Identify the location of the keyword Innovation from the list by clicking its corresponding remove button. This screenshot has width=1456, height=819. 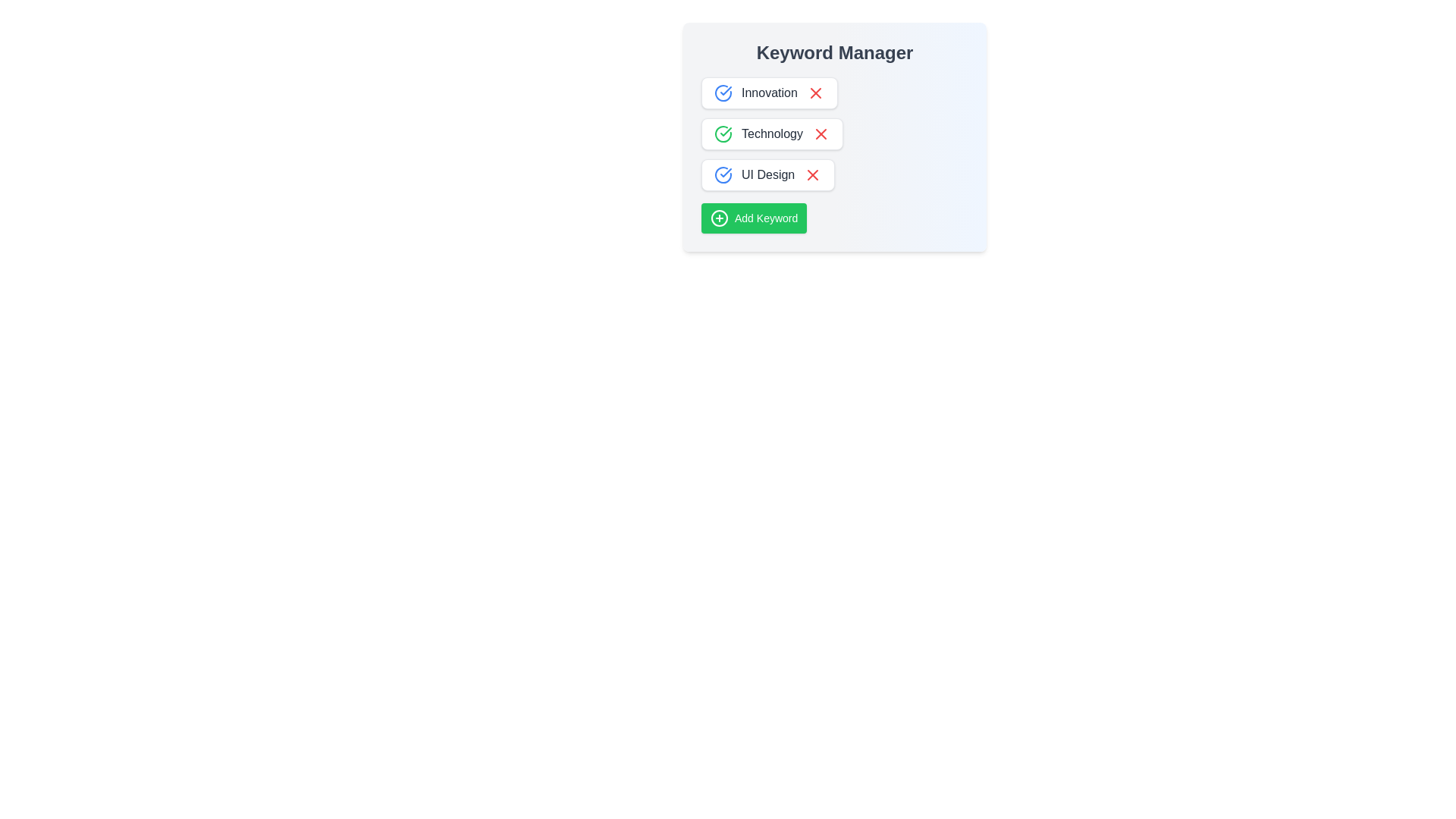
(814, 93).